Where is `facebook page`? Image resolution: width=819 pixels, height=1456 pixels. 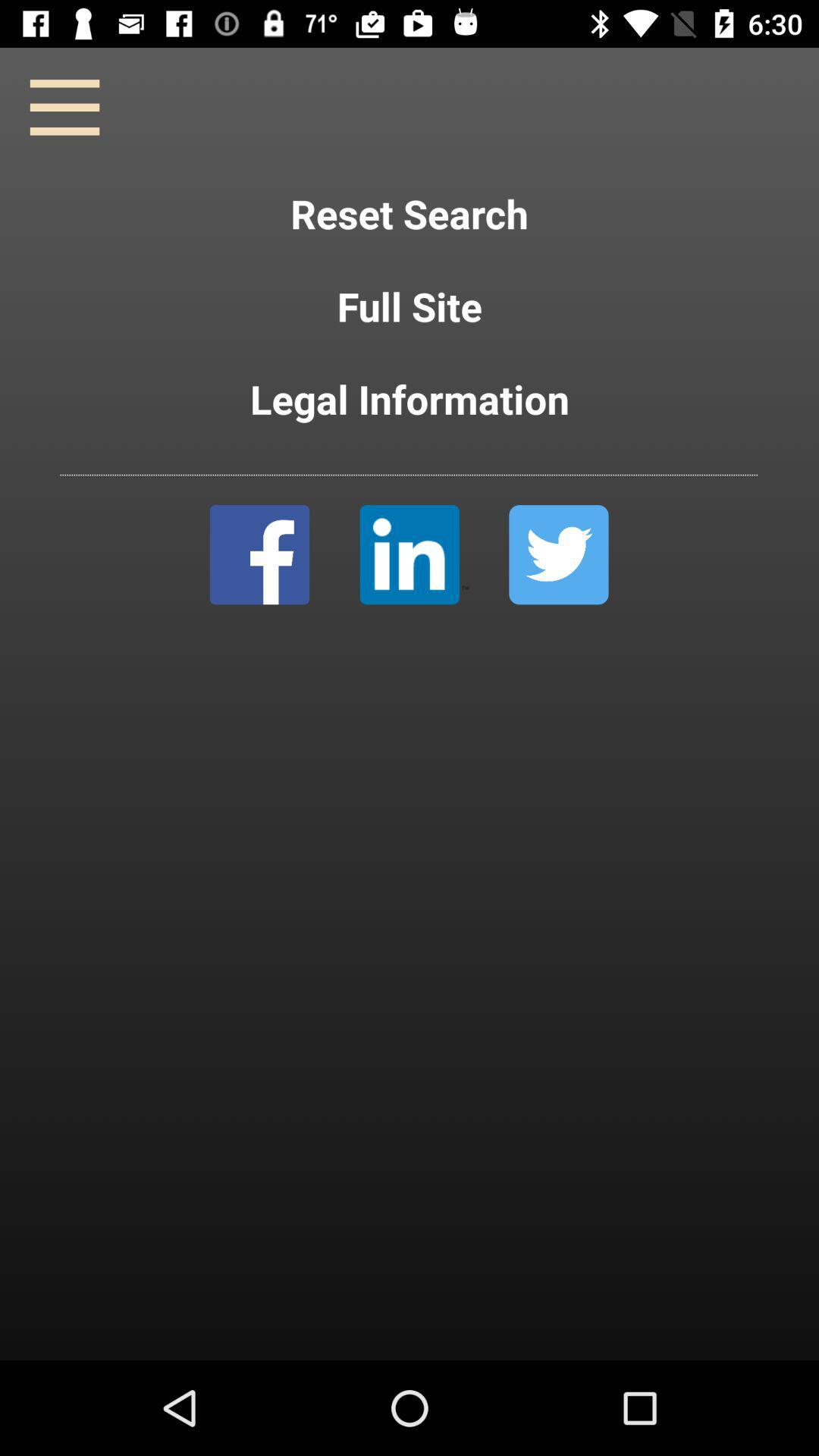 facebook page is located at coordinates (259, 554).